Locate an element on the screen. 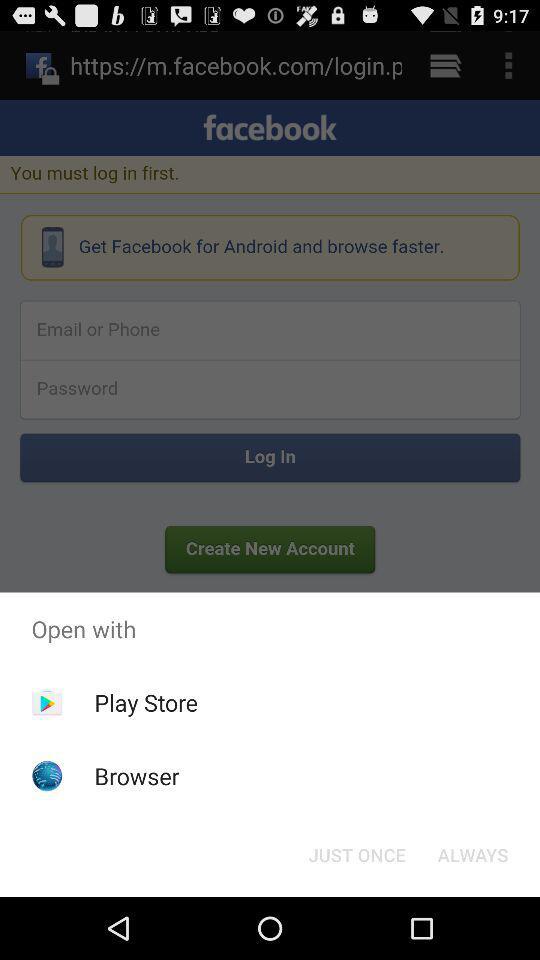 The width and height of the screenshot is (540, 960). always icon is located at coordinates (472, 853).